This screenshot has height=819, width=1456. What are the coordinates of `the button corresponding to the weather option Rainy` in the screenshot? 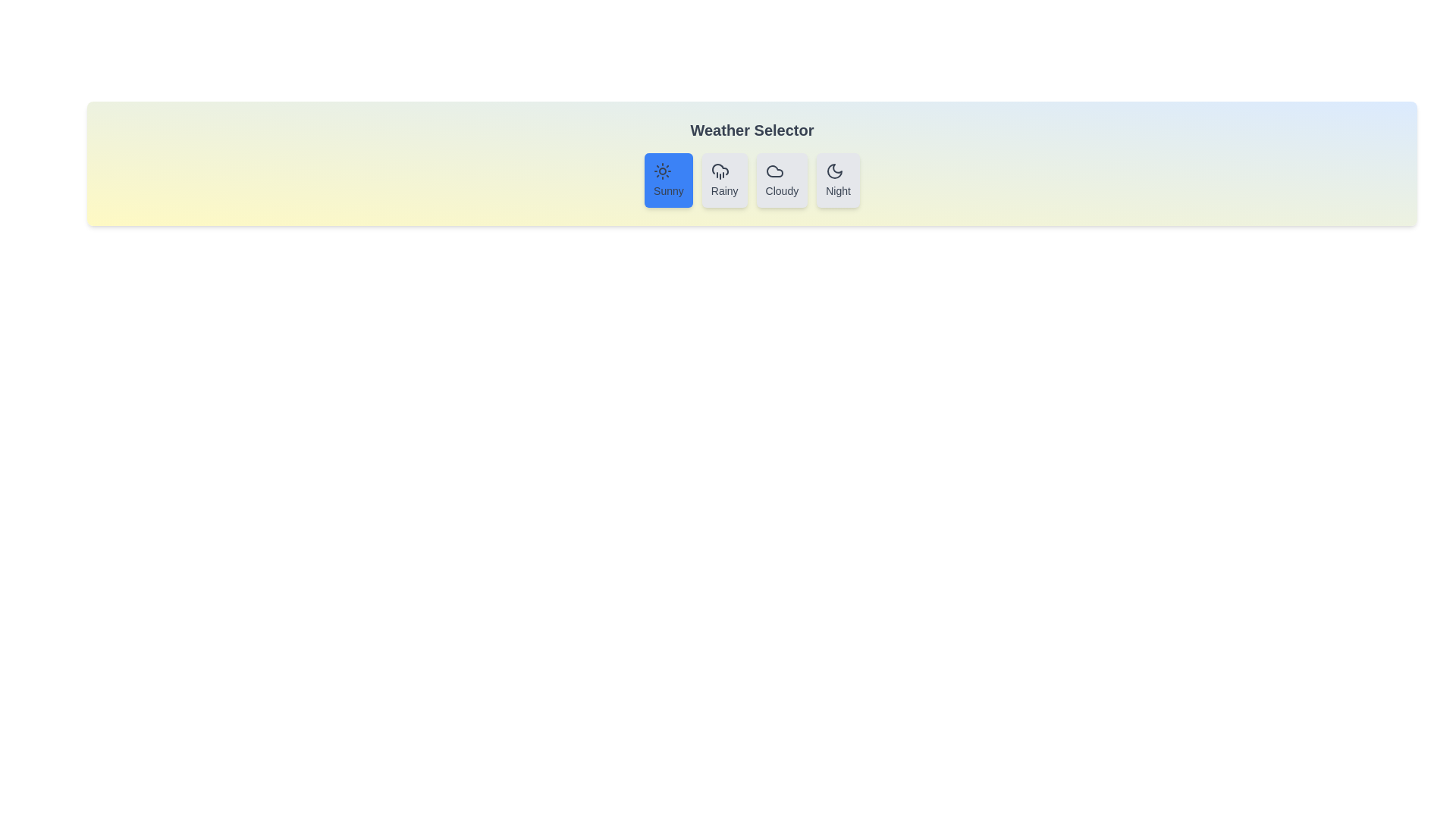 It's located at (723, 180).